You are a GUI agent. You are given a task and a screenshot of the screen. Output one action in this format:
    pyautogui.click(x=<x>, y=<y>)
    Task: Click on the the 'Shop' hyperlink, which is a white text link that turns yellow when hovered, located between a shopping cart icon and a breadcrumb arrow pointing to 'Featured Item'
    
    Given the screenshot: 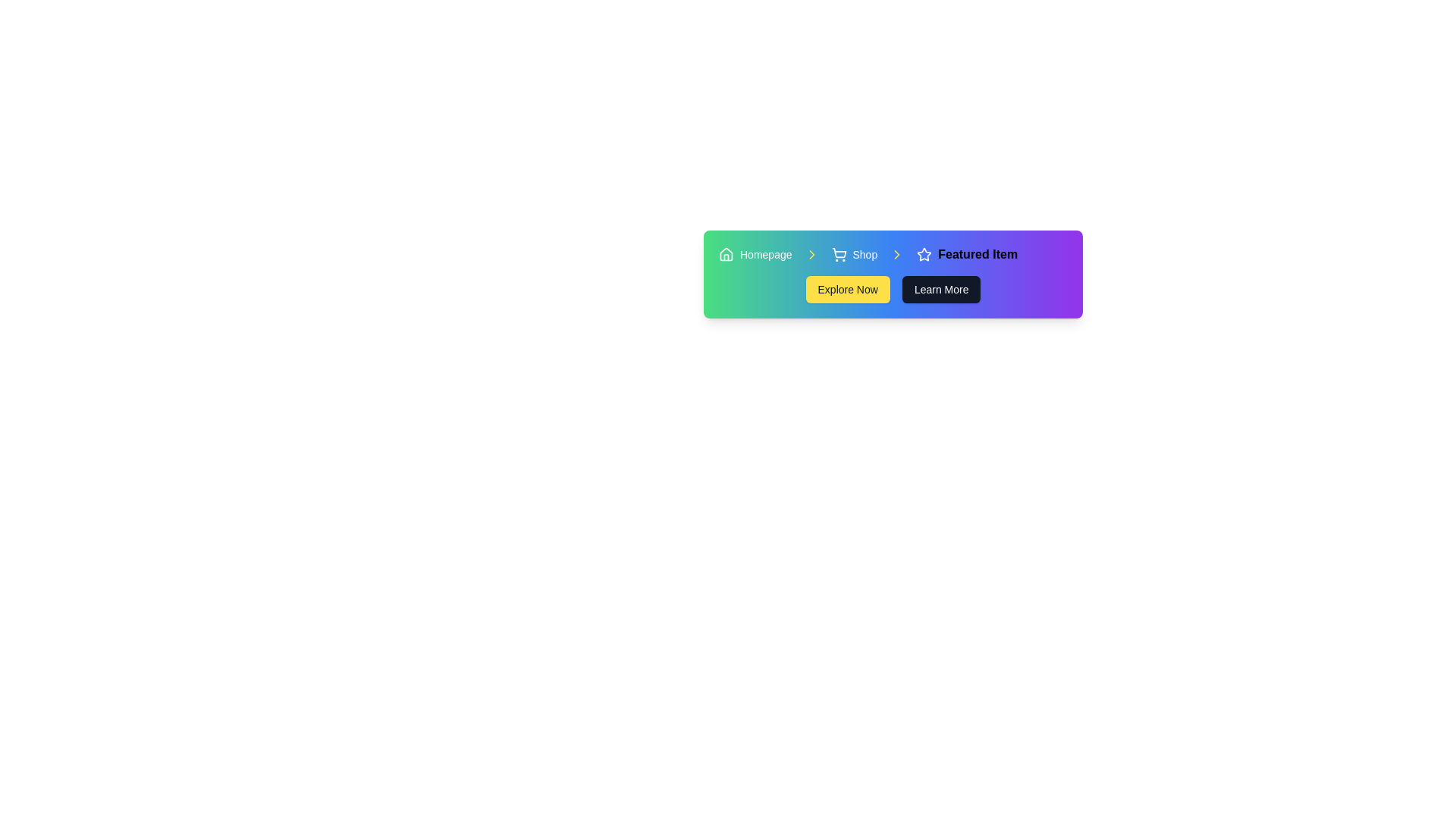 What is the action you would take?
    pyautogui.click(x=864, y=253)
    